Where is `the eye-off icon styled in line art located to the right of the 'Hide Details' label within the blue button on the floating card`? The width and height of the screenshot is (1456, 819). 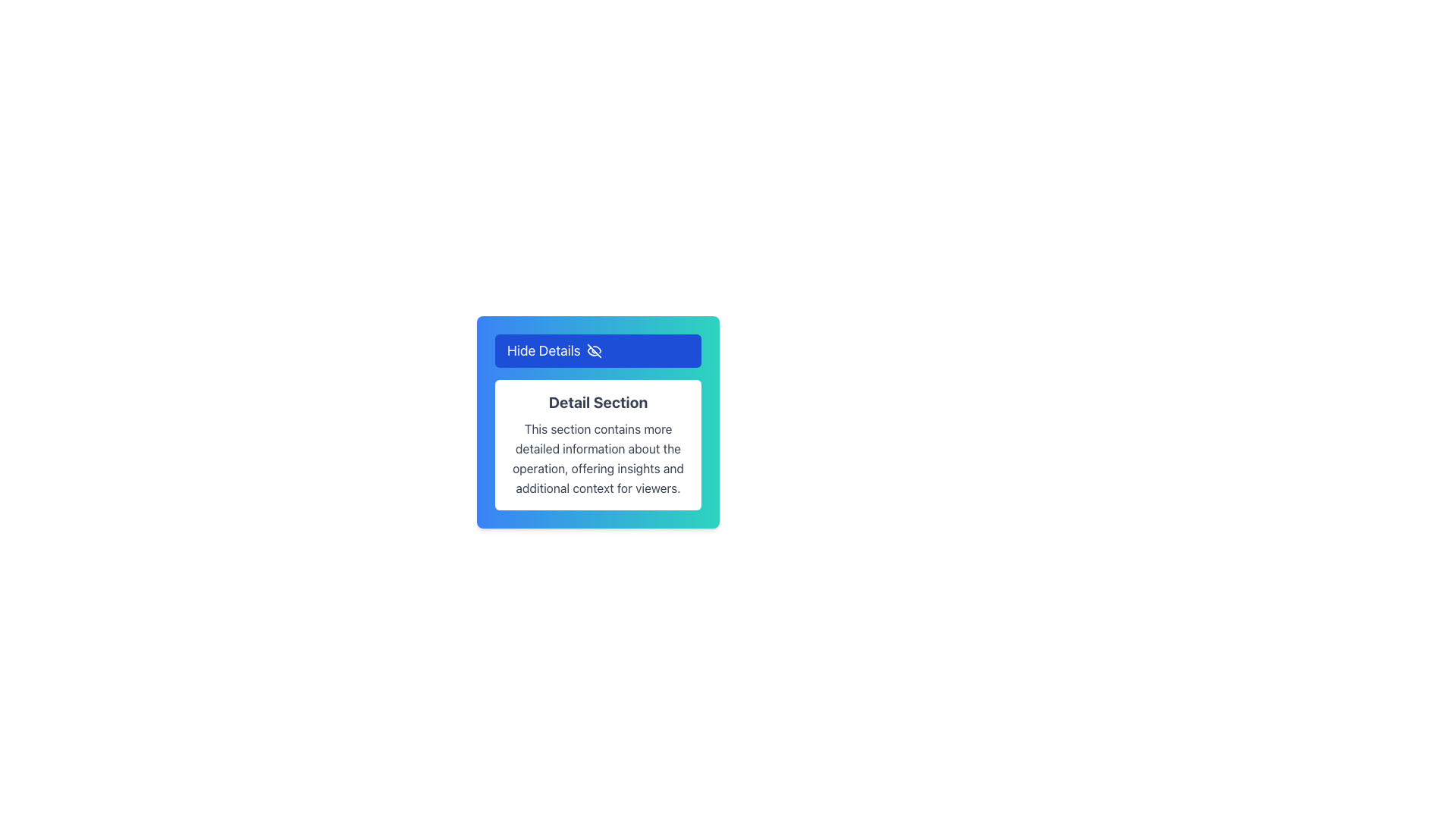 the eye-off icon styled in line art located to the right of the 'Hide Details' label within the blue button on the floating card is located at coordinates (593, 350).